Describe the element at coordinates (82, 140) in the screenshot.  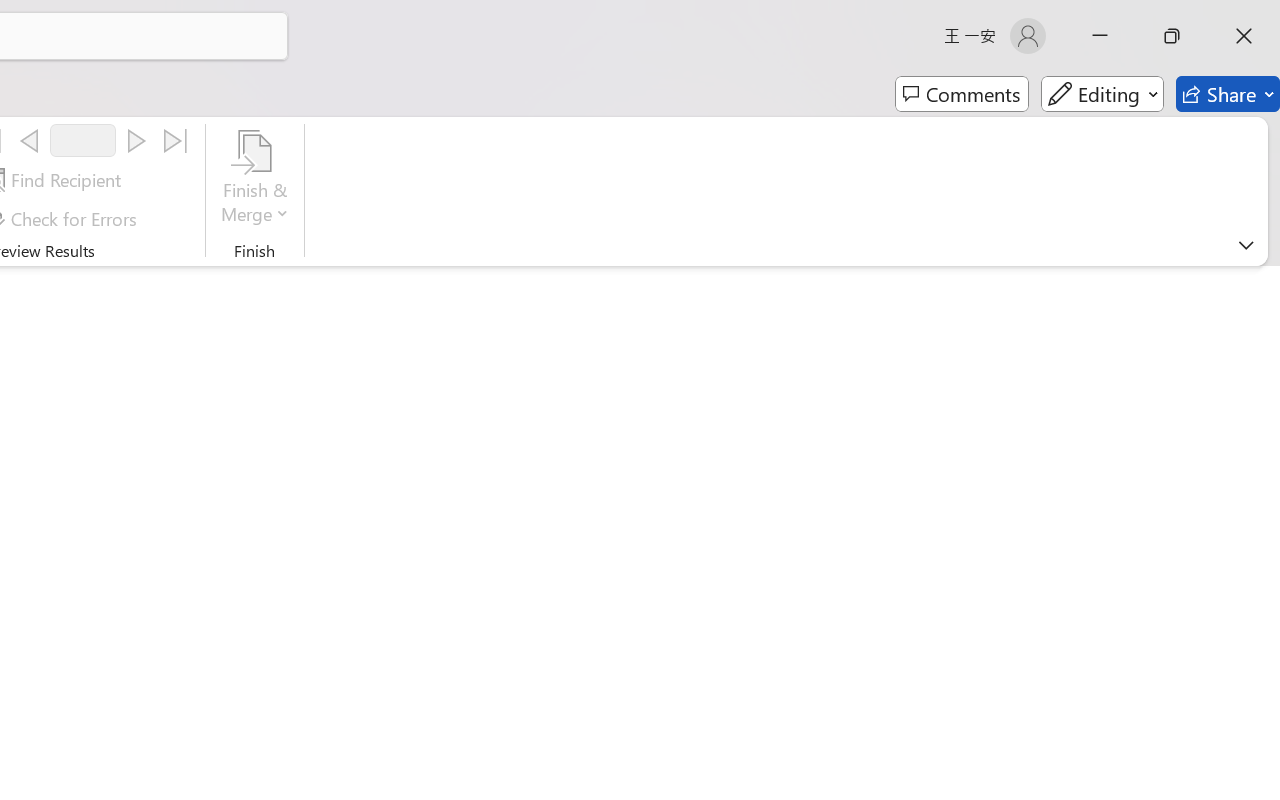
I see `'Record'` at that location.